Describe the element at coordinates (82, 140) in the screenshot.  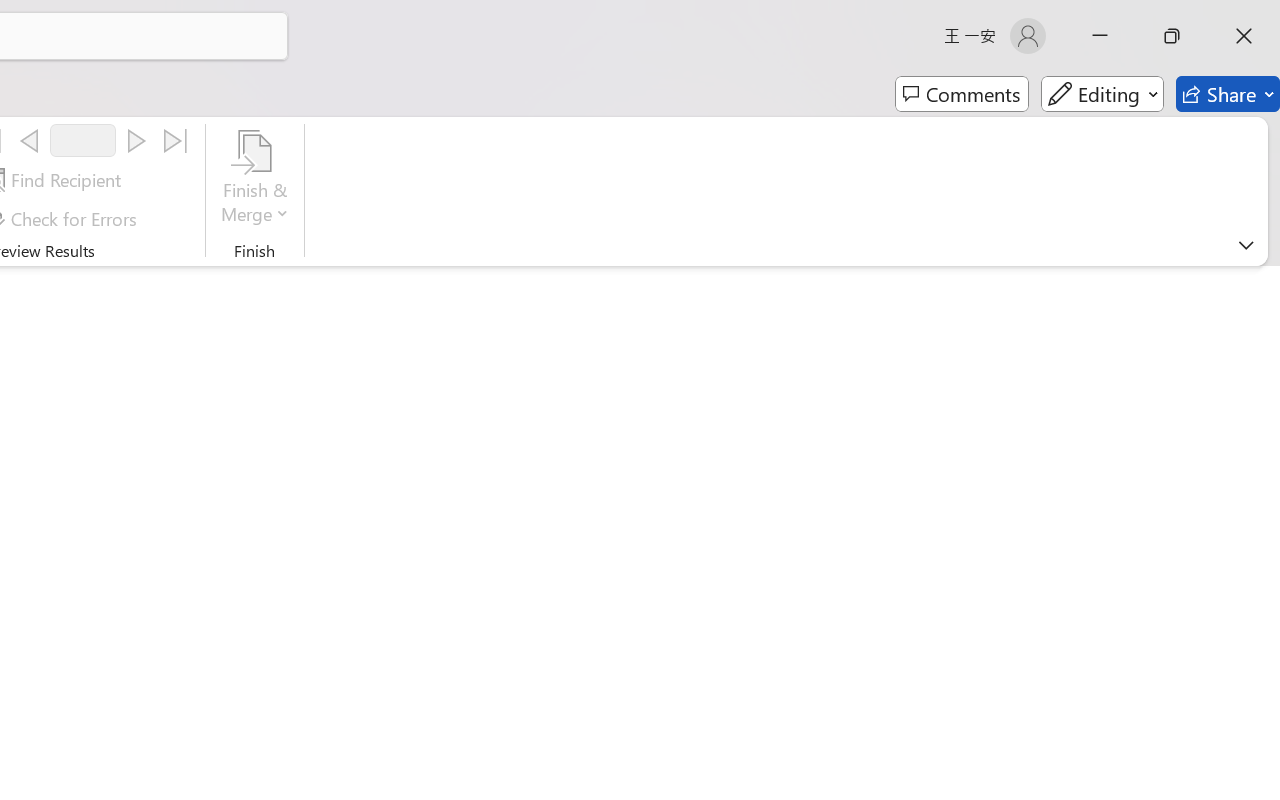
I see `'Record'` at that location.